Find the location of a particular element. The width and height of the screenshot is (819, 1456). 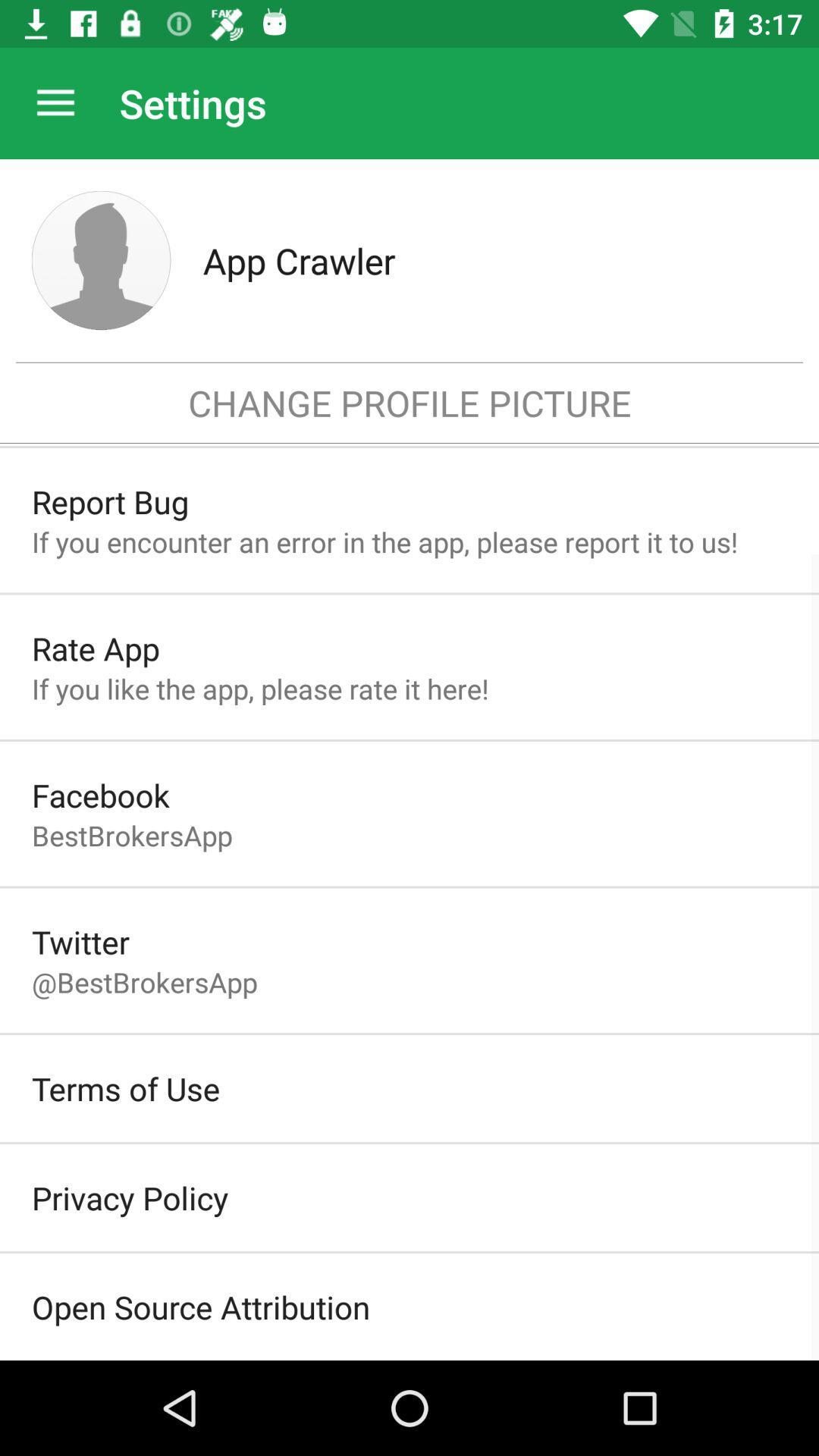

item below the privacy policy is located at coordinates (200, 1306).